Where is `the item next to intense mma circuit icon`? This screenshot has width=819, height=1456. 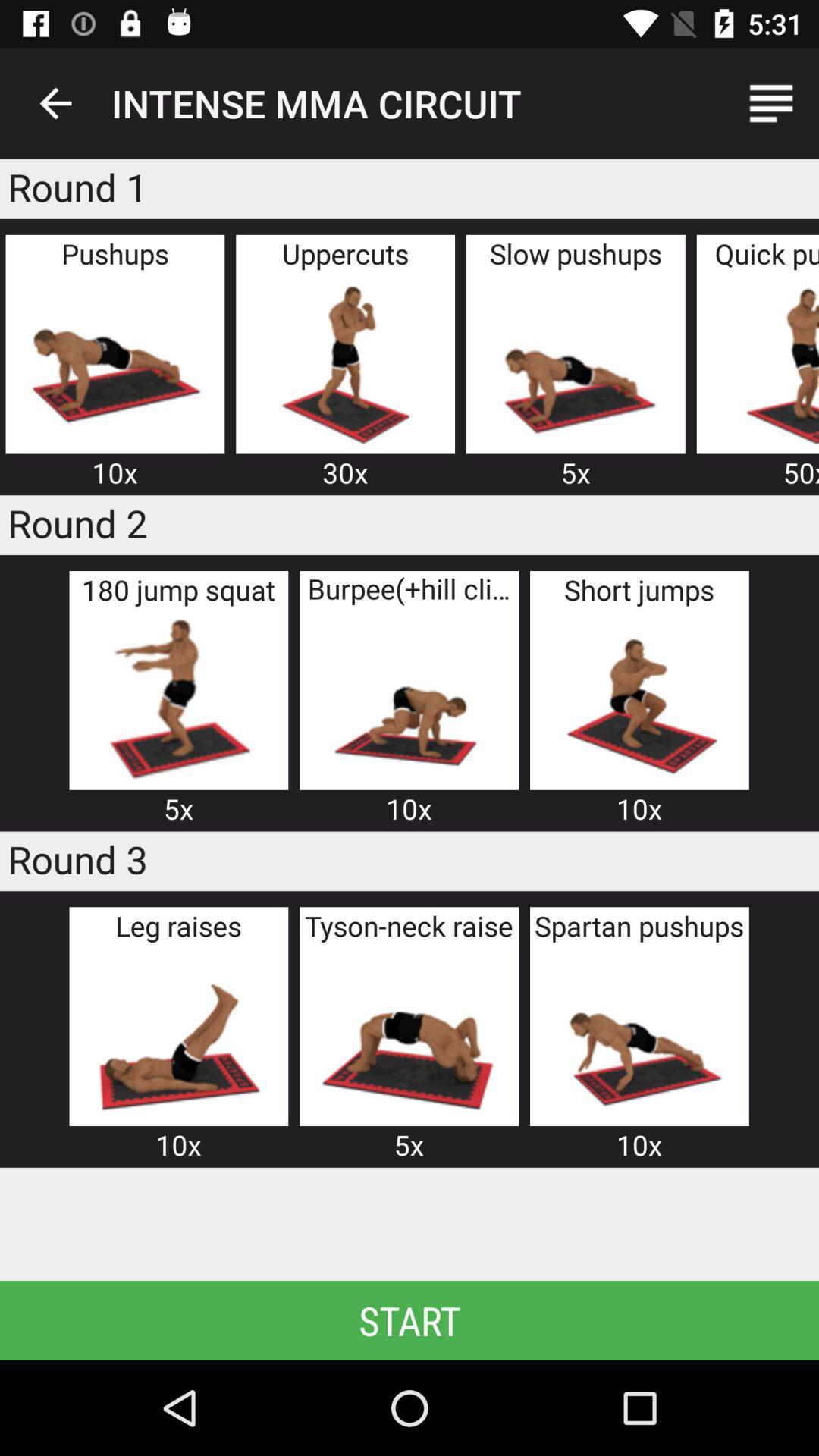
the item next to intense mma circuit icon is located at coordinates (55, 102).